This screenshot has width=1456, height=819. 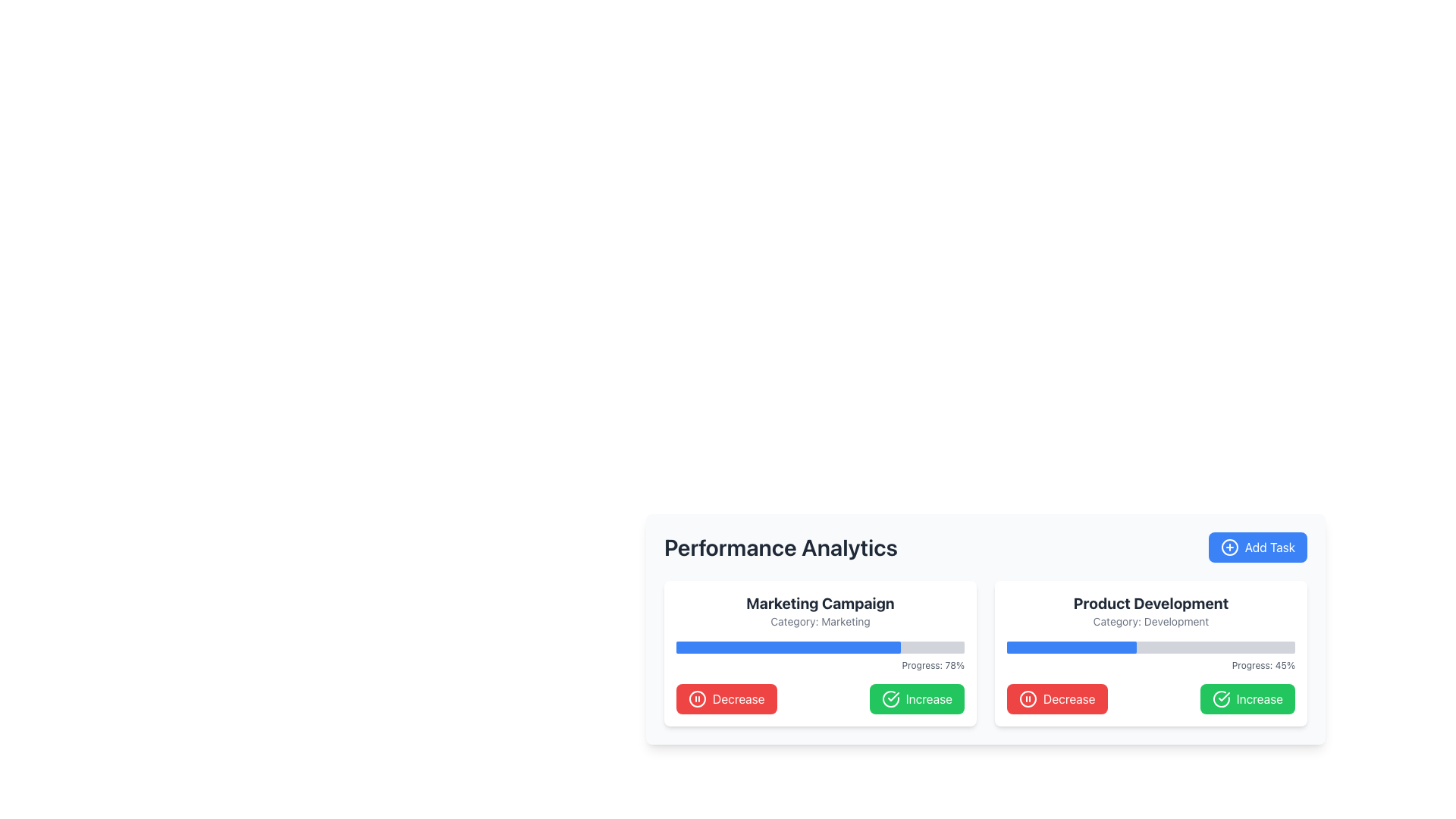 What do you see at coordinates (1071, 647) in the screenshot?
I see `the decorative progress indicator bar representing 45% completion for the 'Product Development' task` at bounding box center [1071, 647].